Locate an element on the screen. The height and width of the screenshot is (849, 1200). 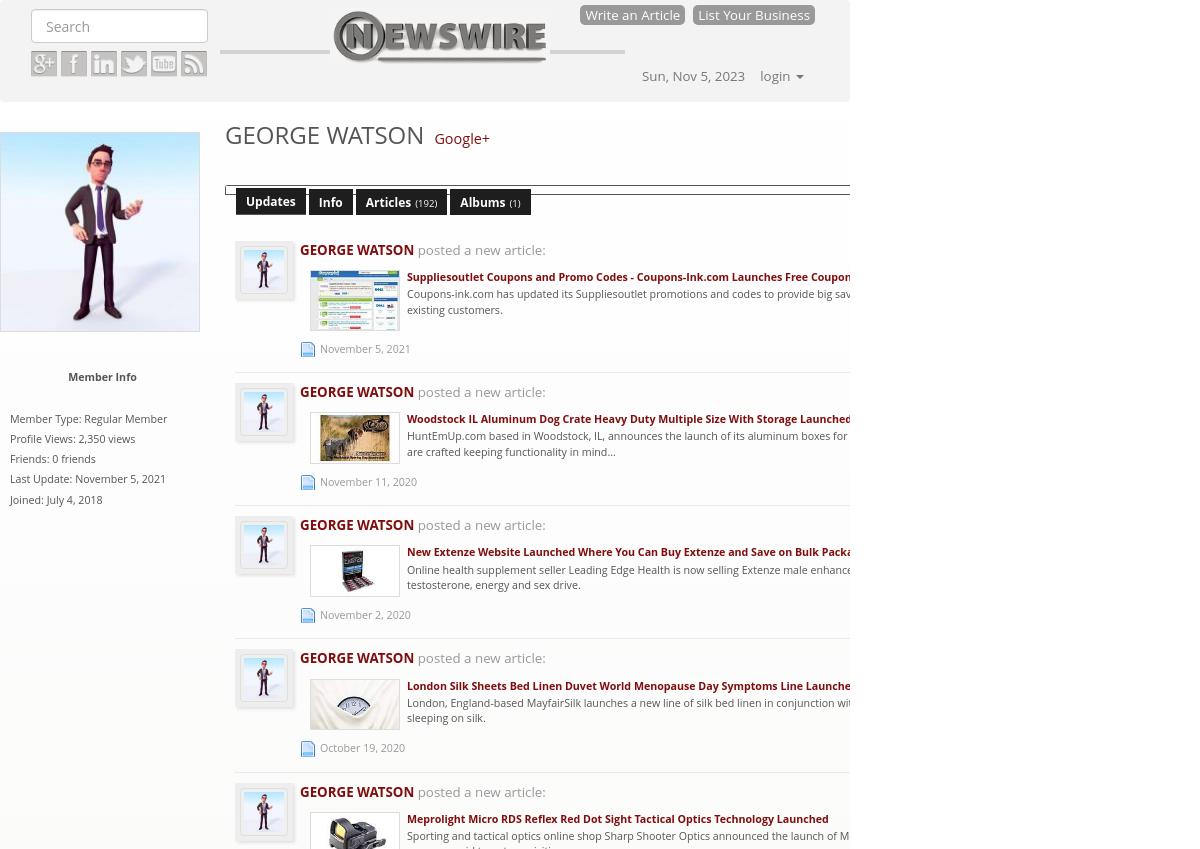
'List a Business' is located at coordinates (1103, 150).